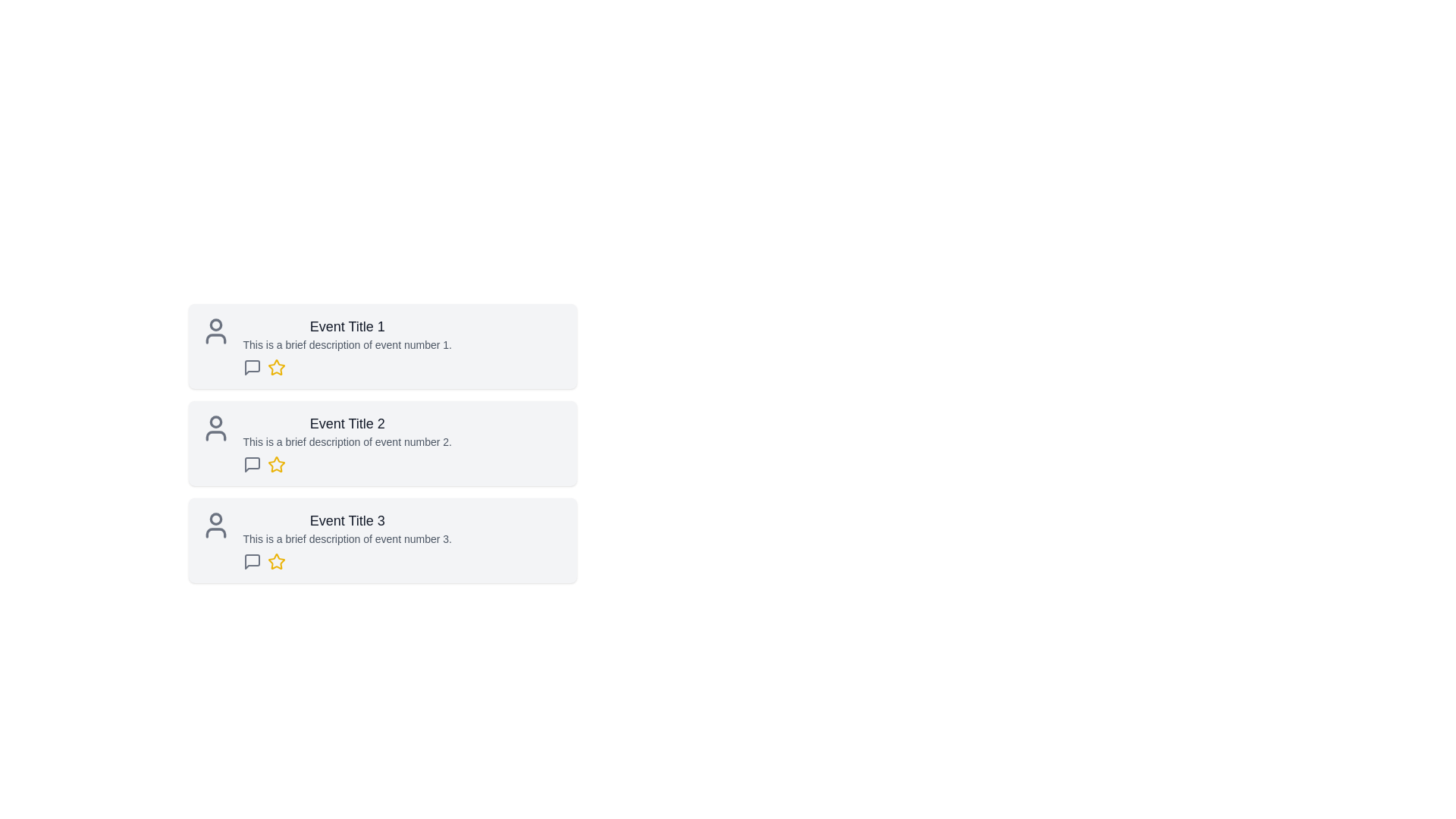  I want to click on the speech bubble icon with rounded edges, styled with a thin black stroke and a white fill, located in the second event listing block, so click(252, 464).